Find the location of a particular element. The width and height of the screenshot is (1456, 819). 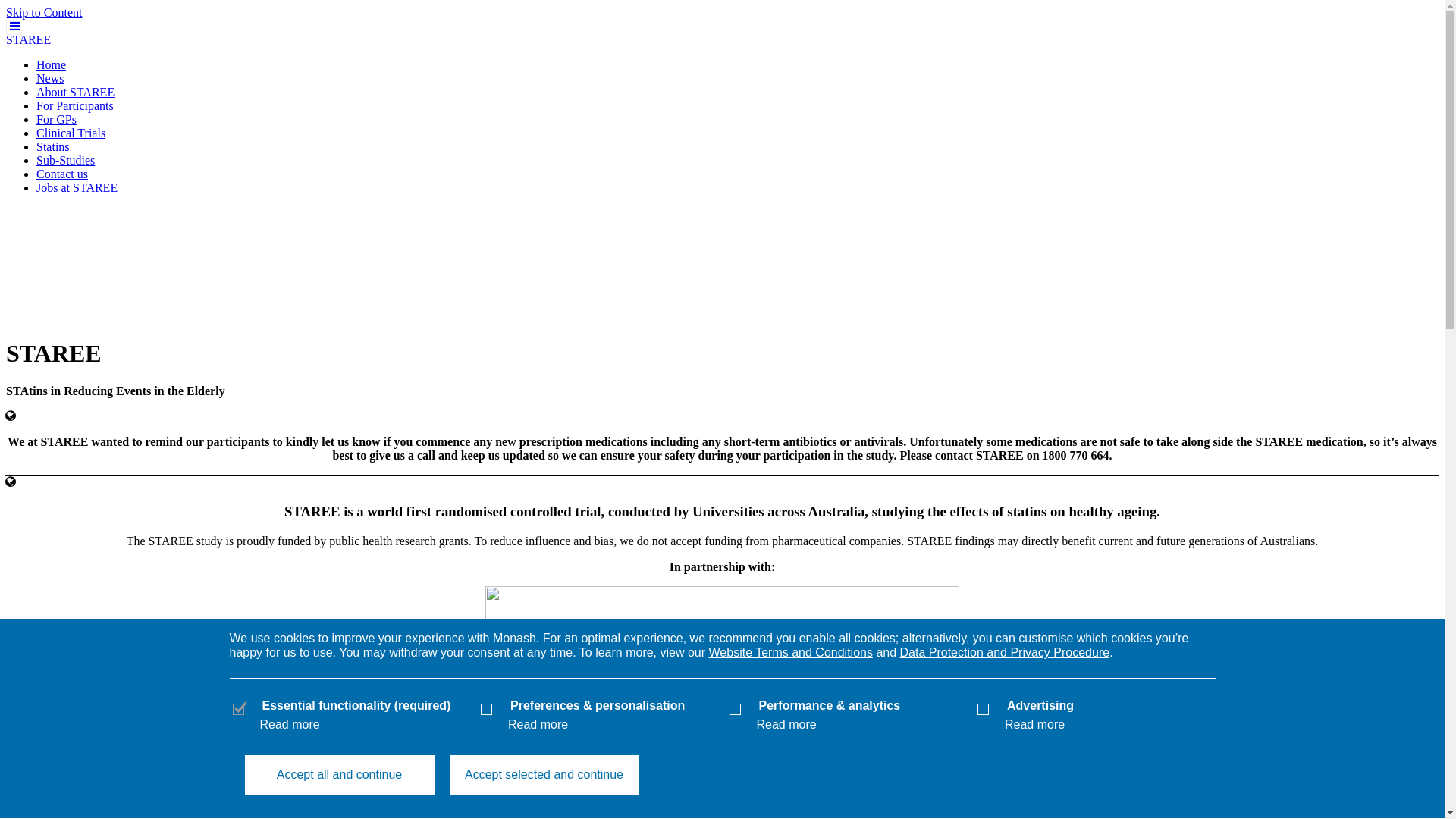

'For Participants' is located at coordinates (74, 105).